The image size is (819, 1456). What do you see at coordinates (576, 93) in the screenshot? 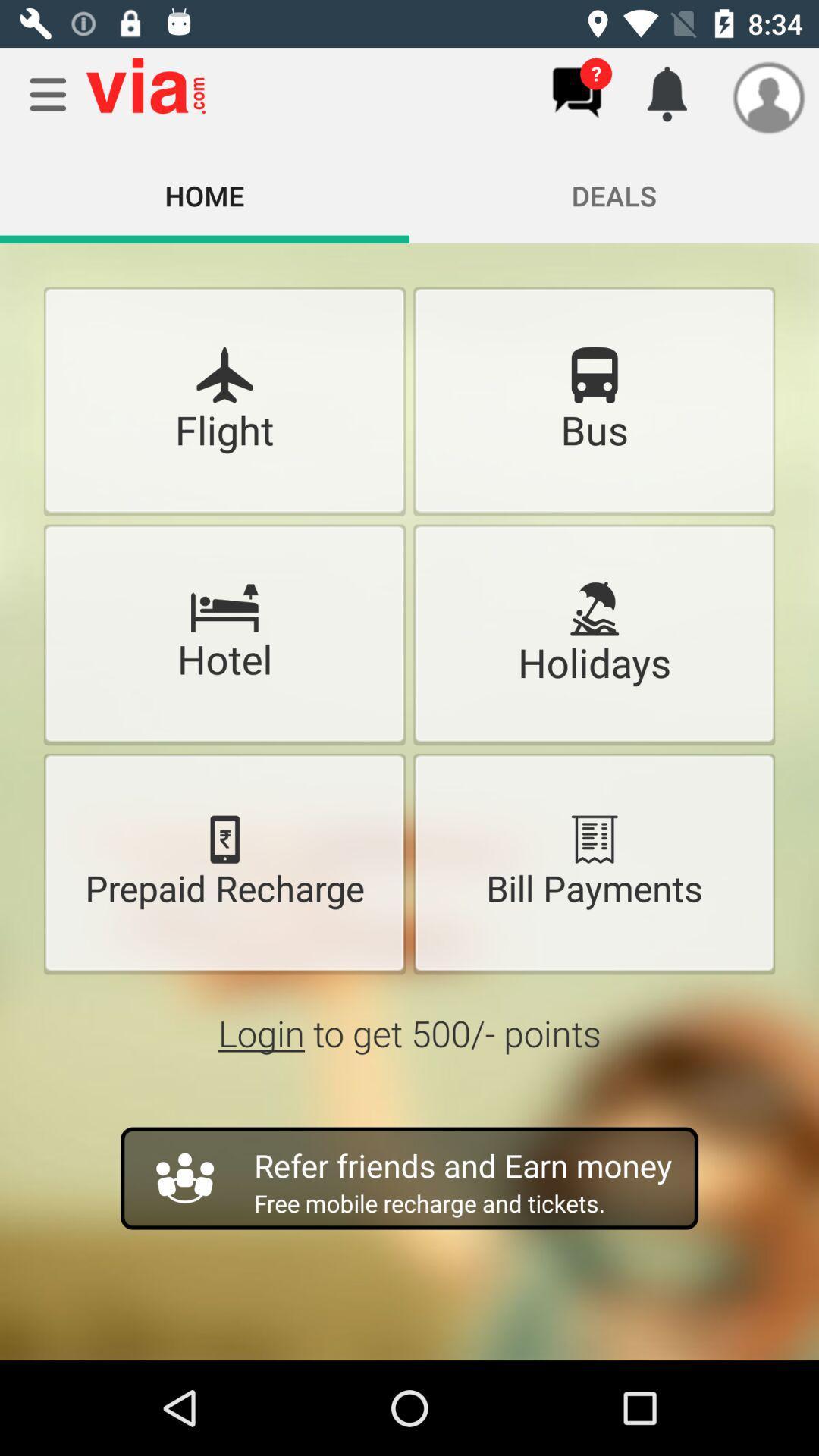
I see `the message icon` at bounding box center [576, 93].